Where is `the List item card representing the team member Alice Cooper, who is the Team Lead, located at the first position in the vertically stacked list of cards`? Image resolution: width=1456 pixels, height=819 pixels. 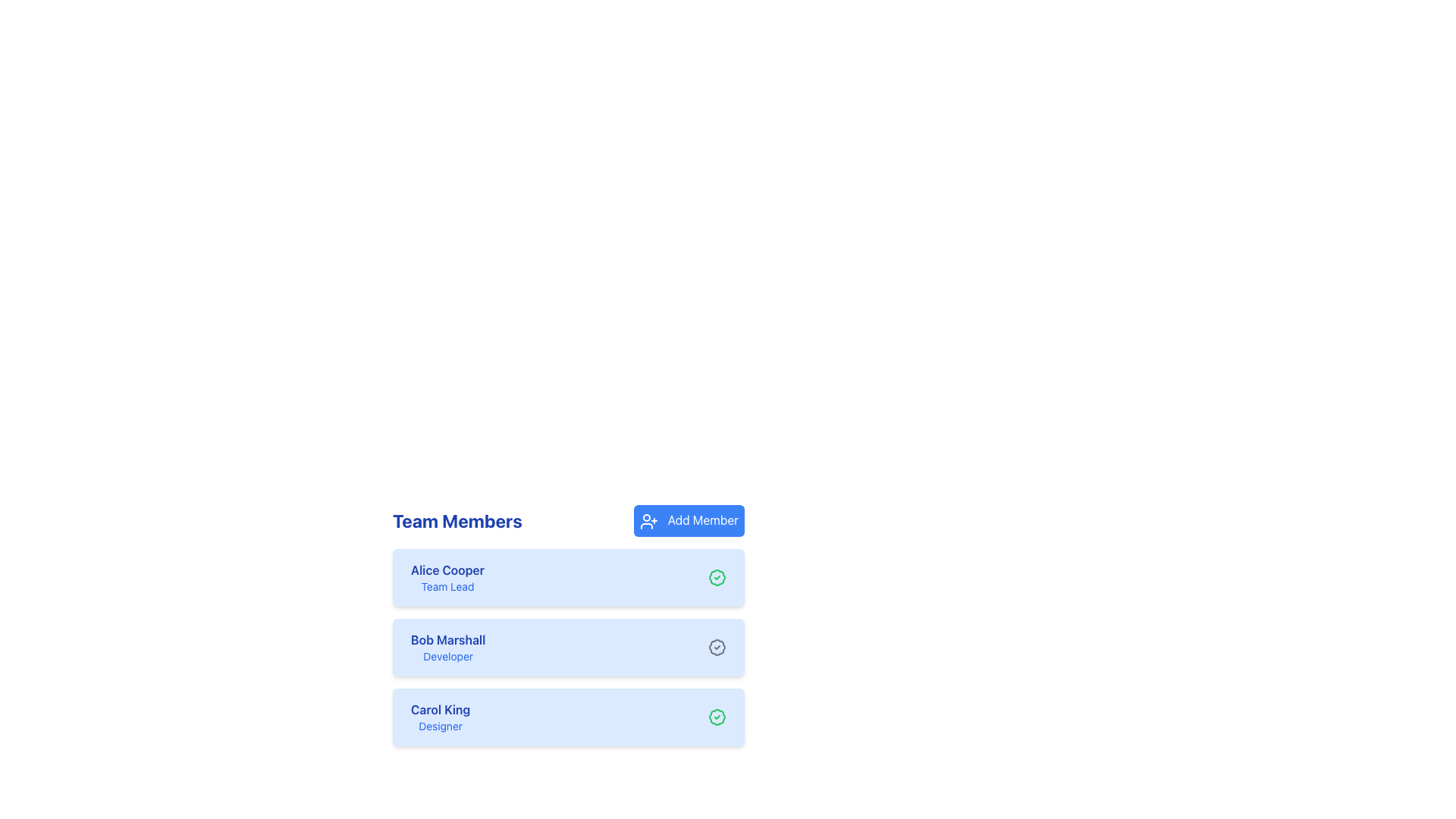
the List item card representing the team member Alice Cooper, who is the Team Lead, located at the first position in the vertically stacked list of cards is located at coordinates (567, 576).